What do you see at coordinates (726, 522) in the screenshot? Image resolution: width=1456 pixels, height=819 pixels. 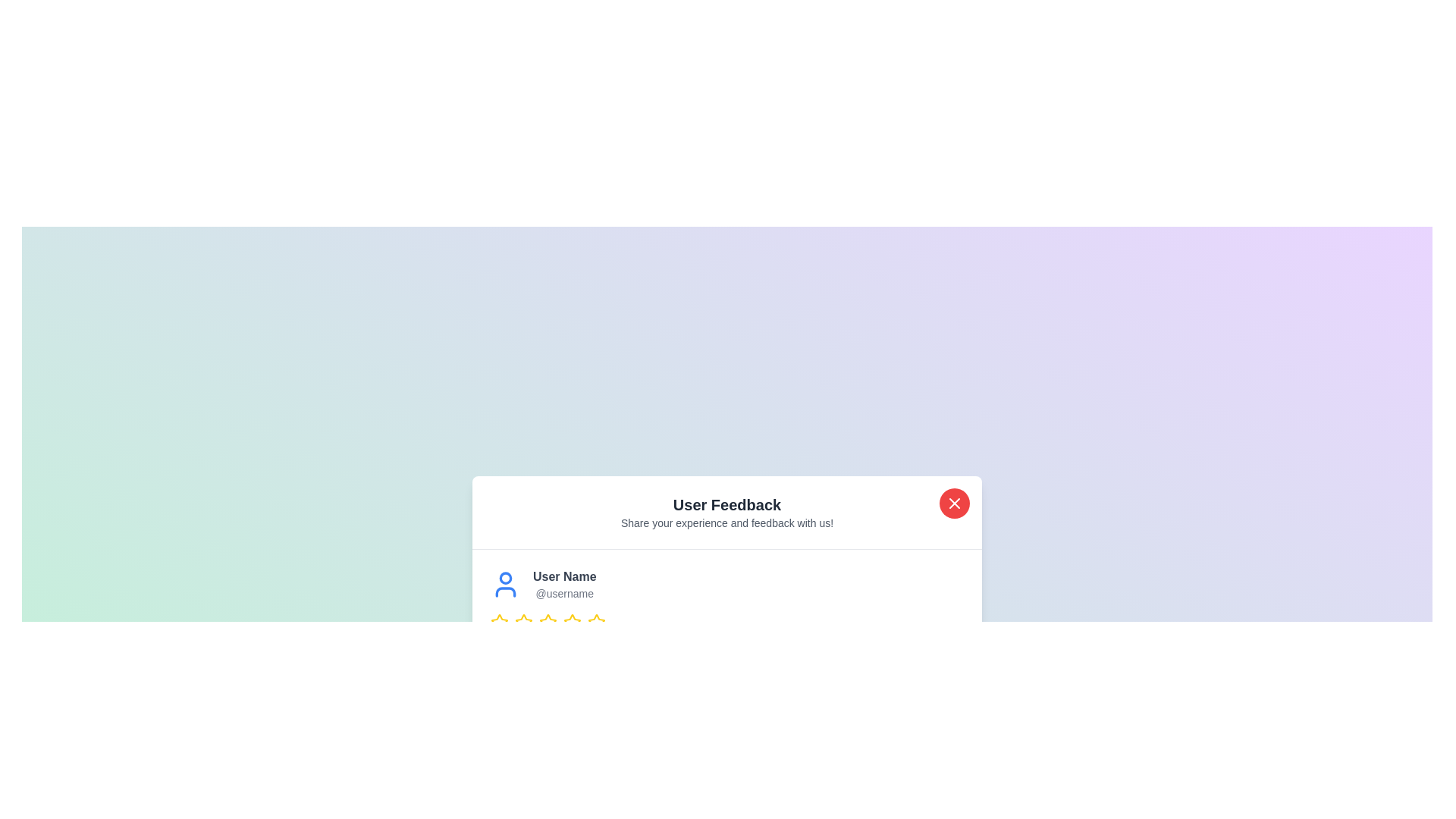 I see `the text display element that provides encouragement for user feedback, located directly underneath the 'User Feedback' header` at bounding box center [726, 522].